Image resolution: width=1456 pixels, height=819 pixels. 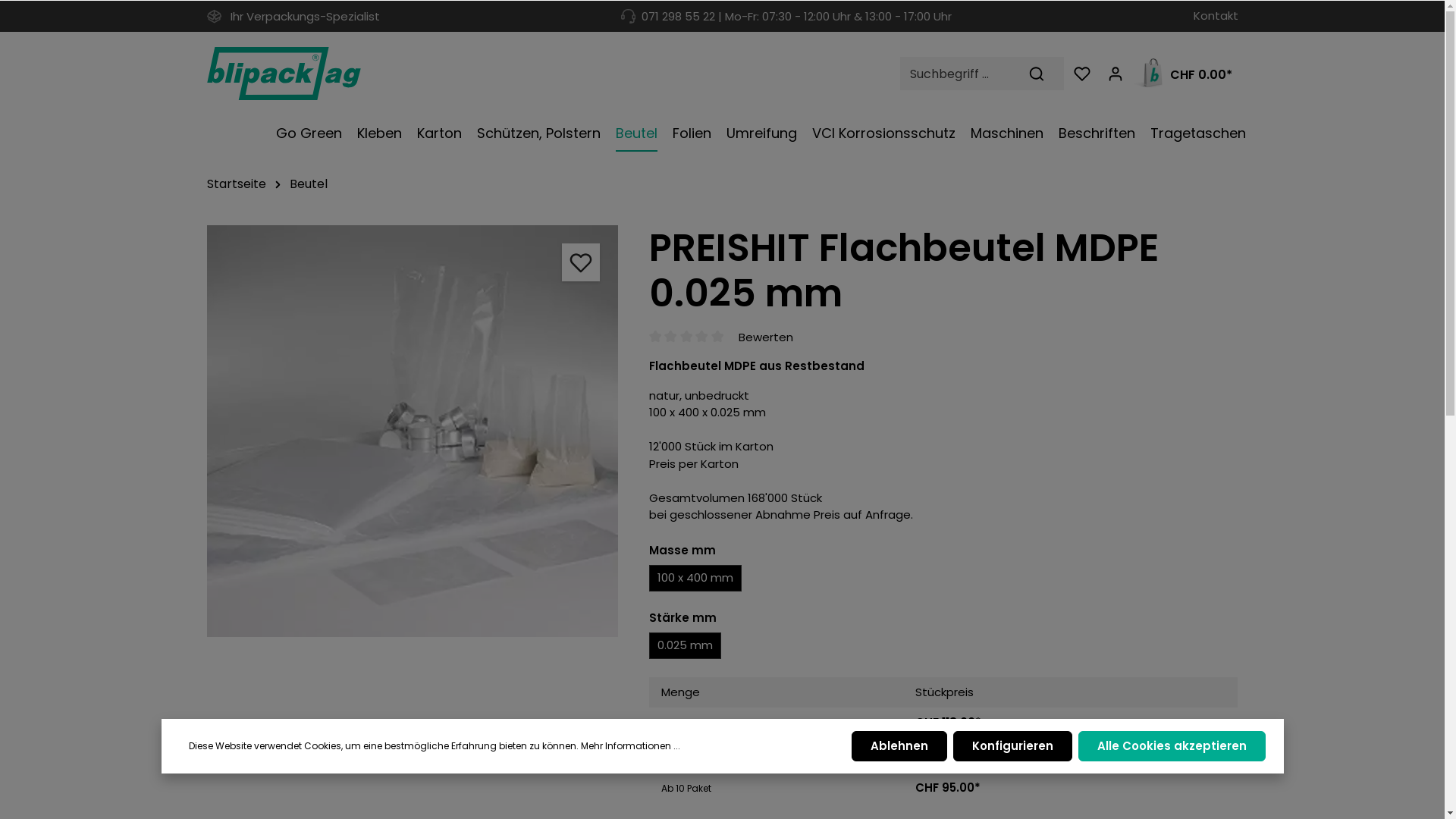 What do you see at coordinates (580, 262) in the screenshot?
I see `'Merken'` at bounding box center [580, 262].